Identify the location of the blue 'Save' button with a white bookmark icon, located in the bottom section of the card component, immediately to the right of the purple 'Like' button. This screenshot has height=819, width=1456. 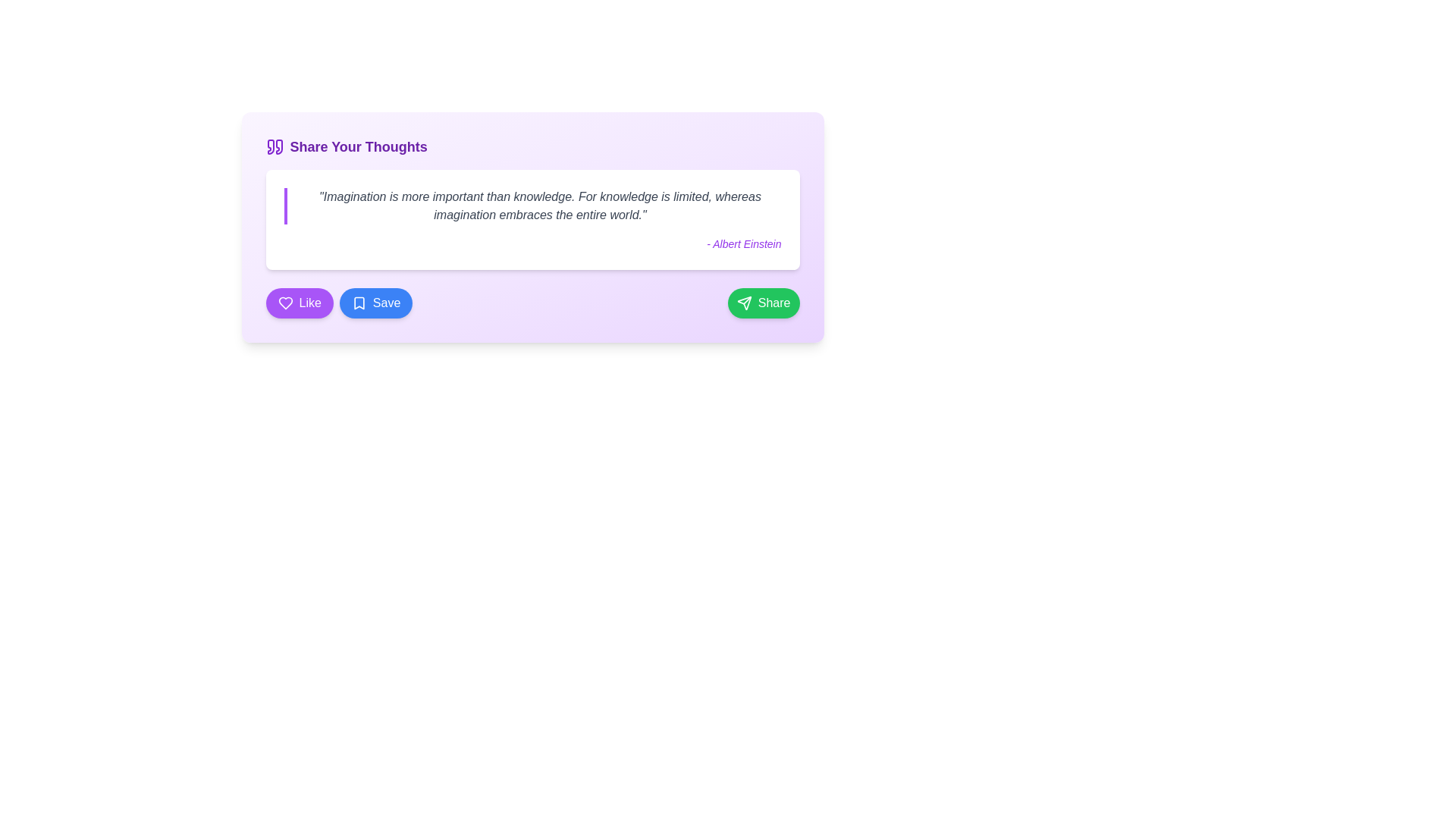
(376, 303).